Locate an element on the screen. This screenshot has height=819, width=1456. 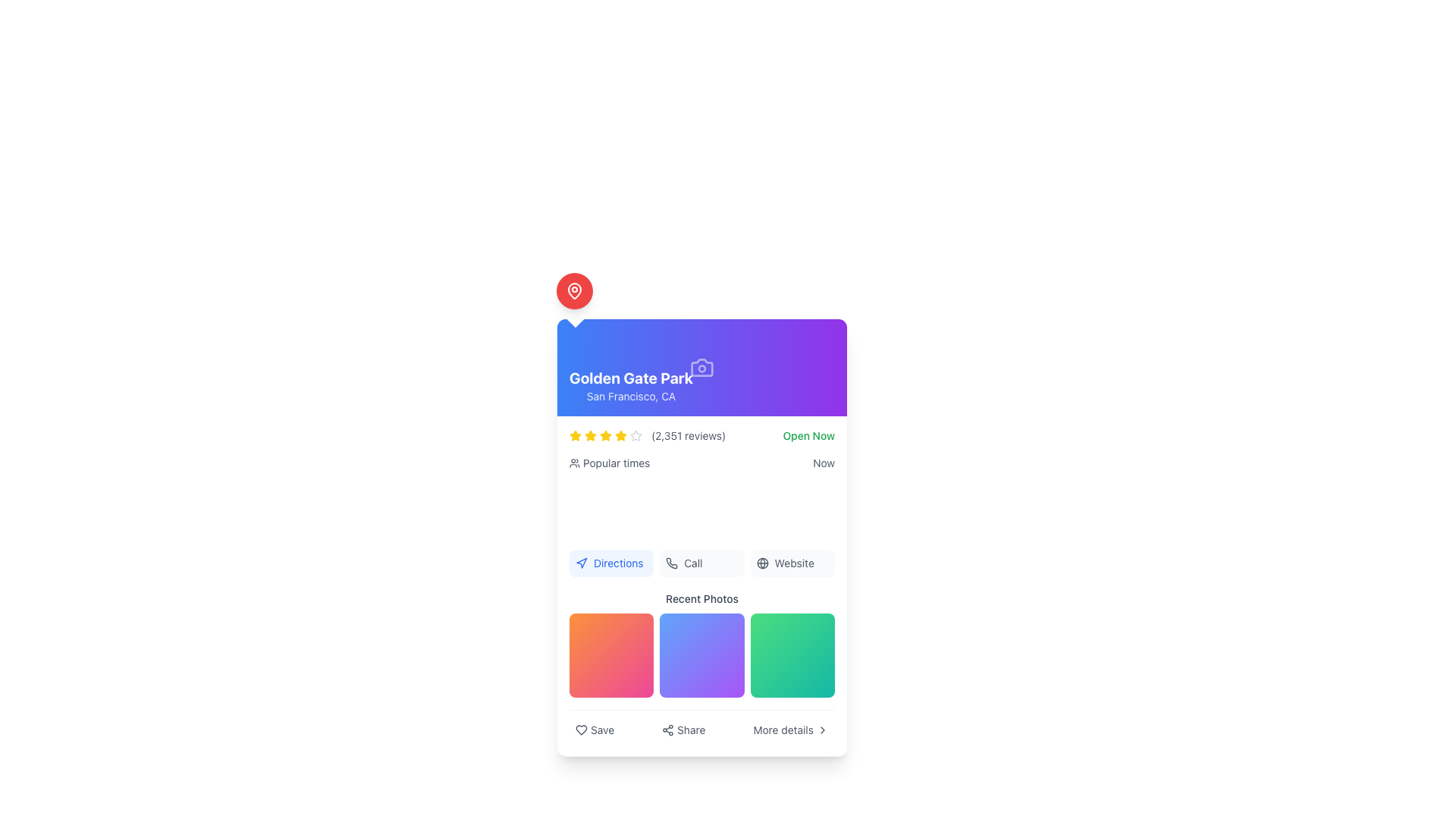
the first star-shaped icon in the rating system below the title 'Golden Gate Park, San Francisco, CA' to indirectly influence the rating is located at coordinates (588, 435).